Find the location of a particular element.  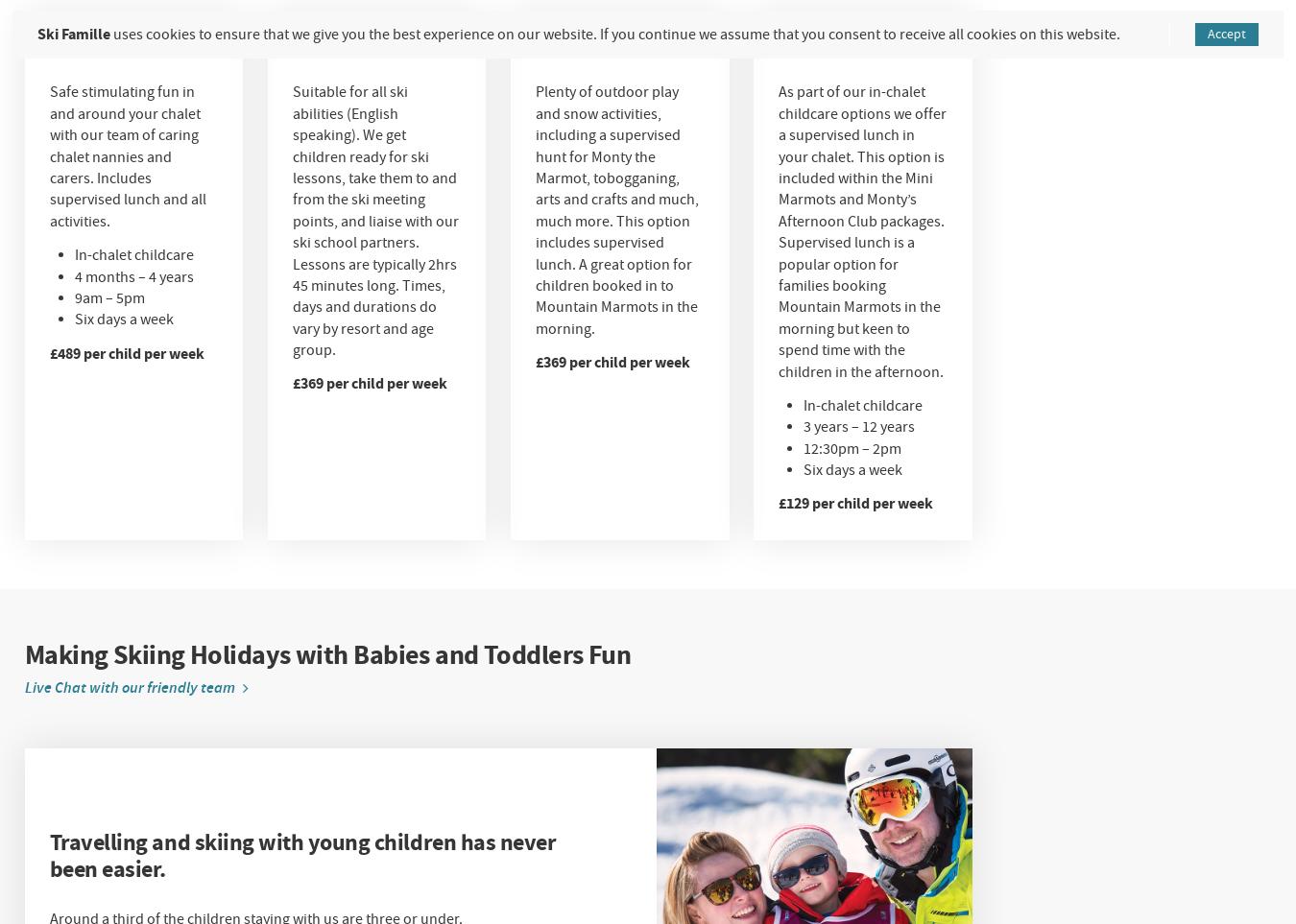

'uses cookies to ensure that we give you the best experience on our website. If you continue we assume that you consent to receive all cookies on this website.' is located at coordinates (614, 32).